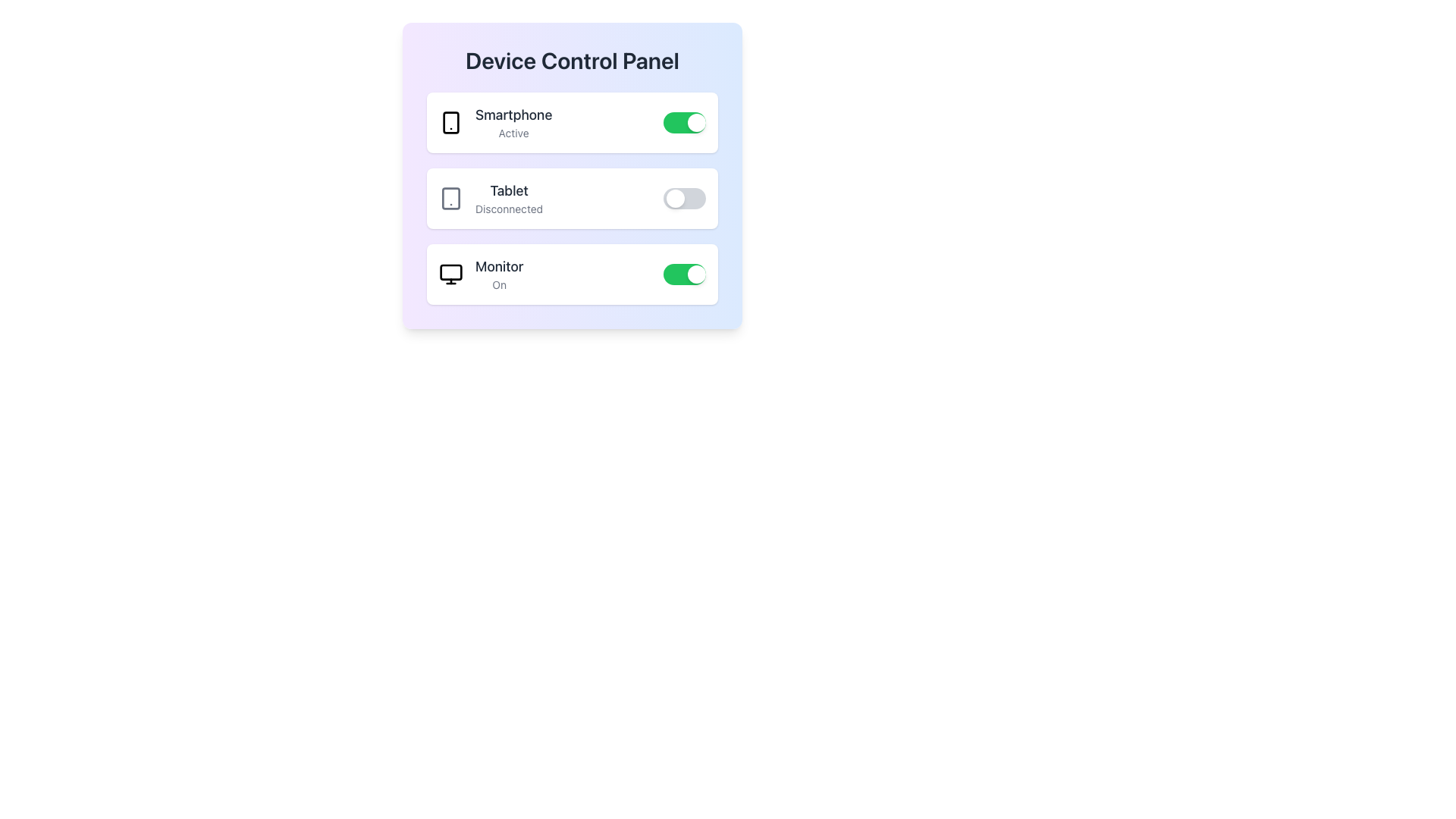  Describe the element at coordinates (499, 275) in the screenshot. I see `the Text Label that provides information about the associated monitor entry in the device list, located beside the monitor icon and toggle switch in the third entry of the device control list` at that location.